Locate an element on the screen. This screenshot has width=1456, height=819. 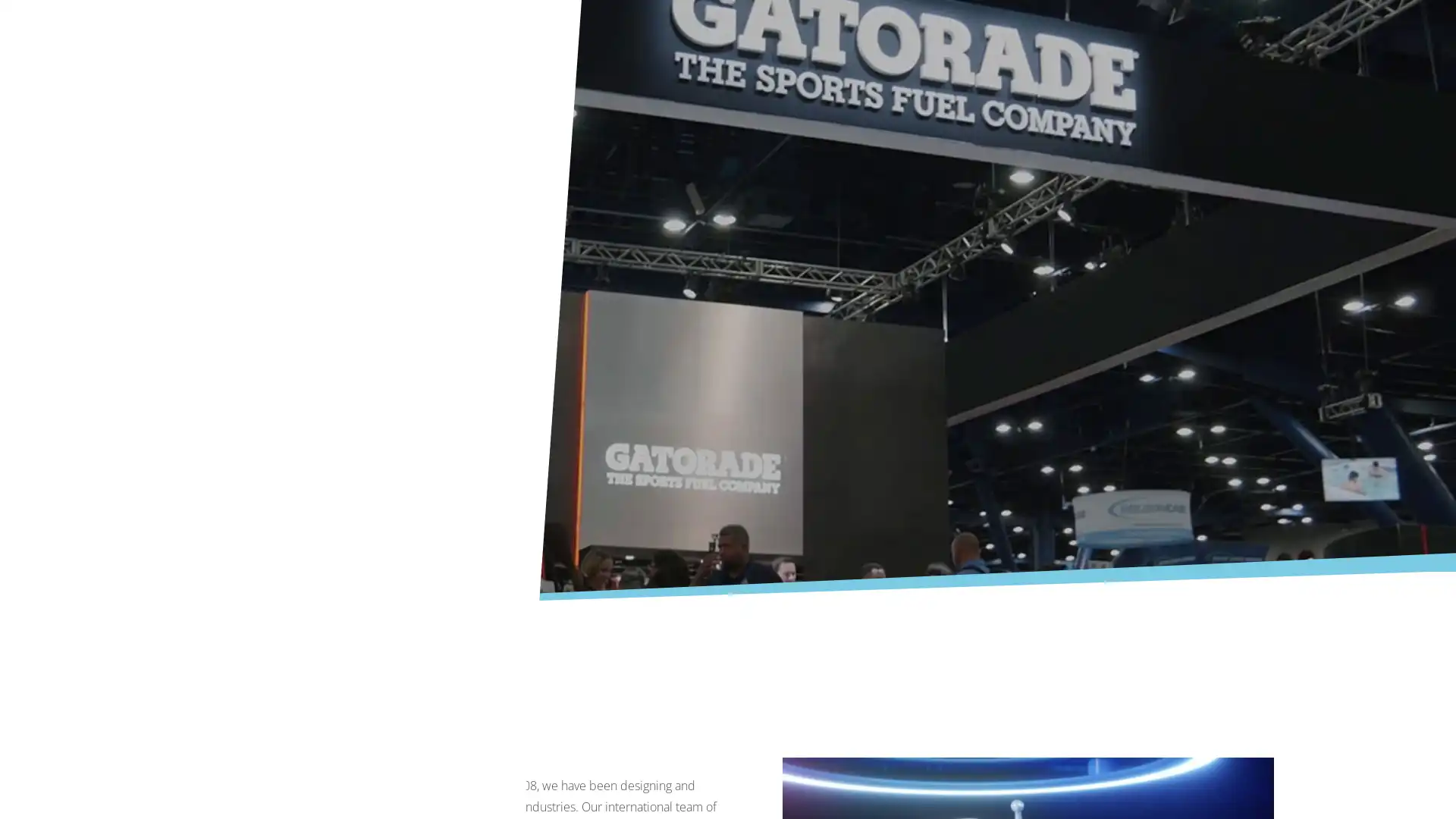
Accept All is located at coordinates (1293, 785).